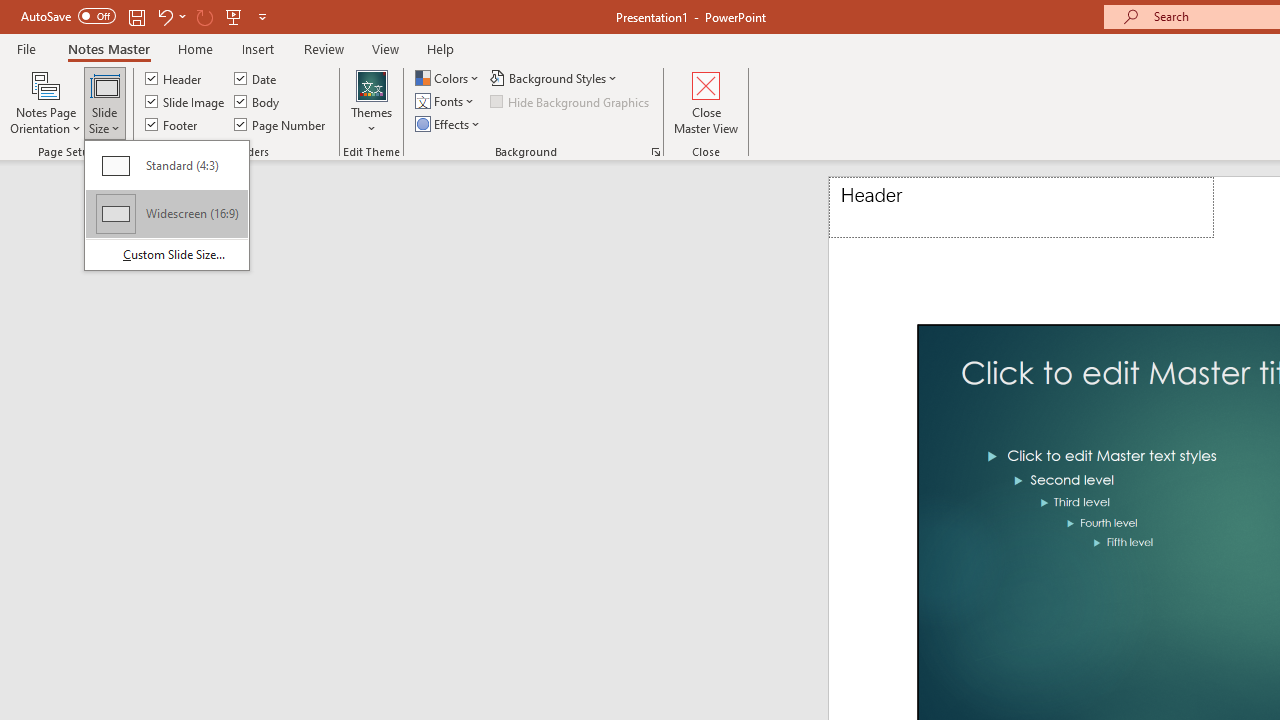 The width and height of the screenshot is (1280, 720). What do you see at coordinates (172, 124) in the screenshot?
I see `'Footer'` at bounding box center [172, 124].